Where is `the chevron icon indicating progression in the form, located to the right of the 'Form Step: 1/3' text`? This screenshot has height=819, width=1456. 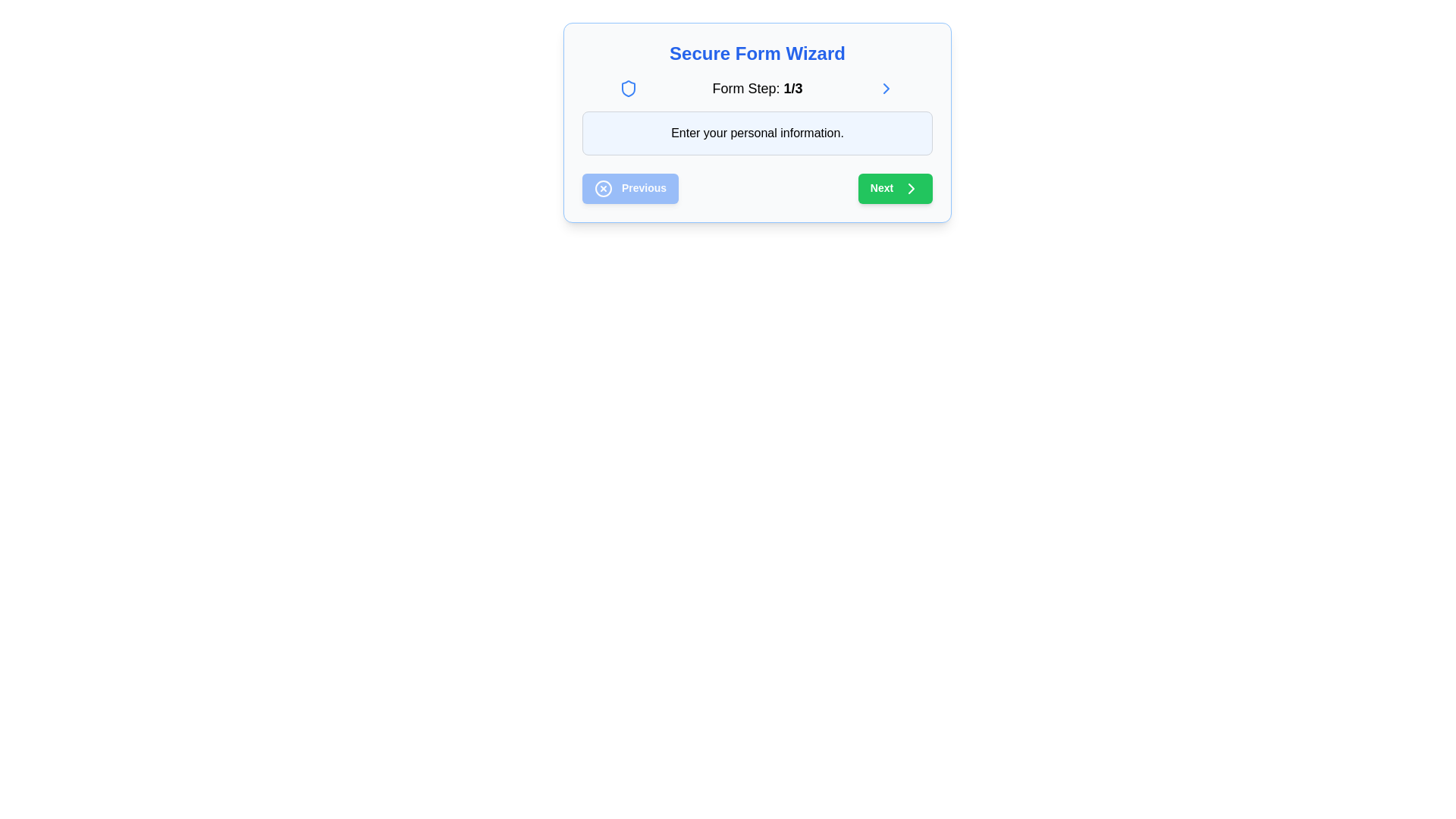
the chevron icon indicating progression in the form, located to the right of the 'Form Step: 1/3' text is located at coordinates (886, 88).